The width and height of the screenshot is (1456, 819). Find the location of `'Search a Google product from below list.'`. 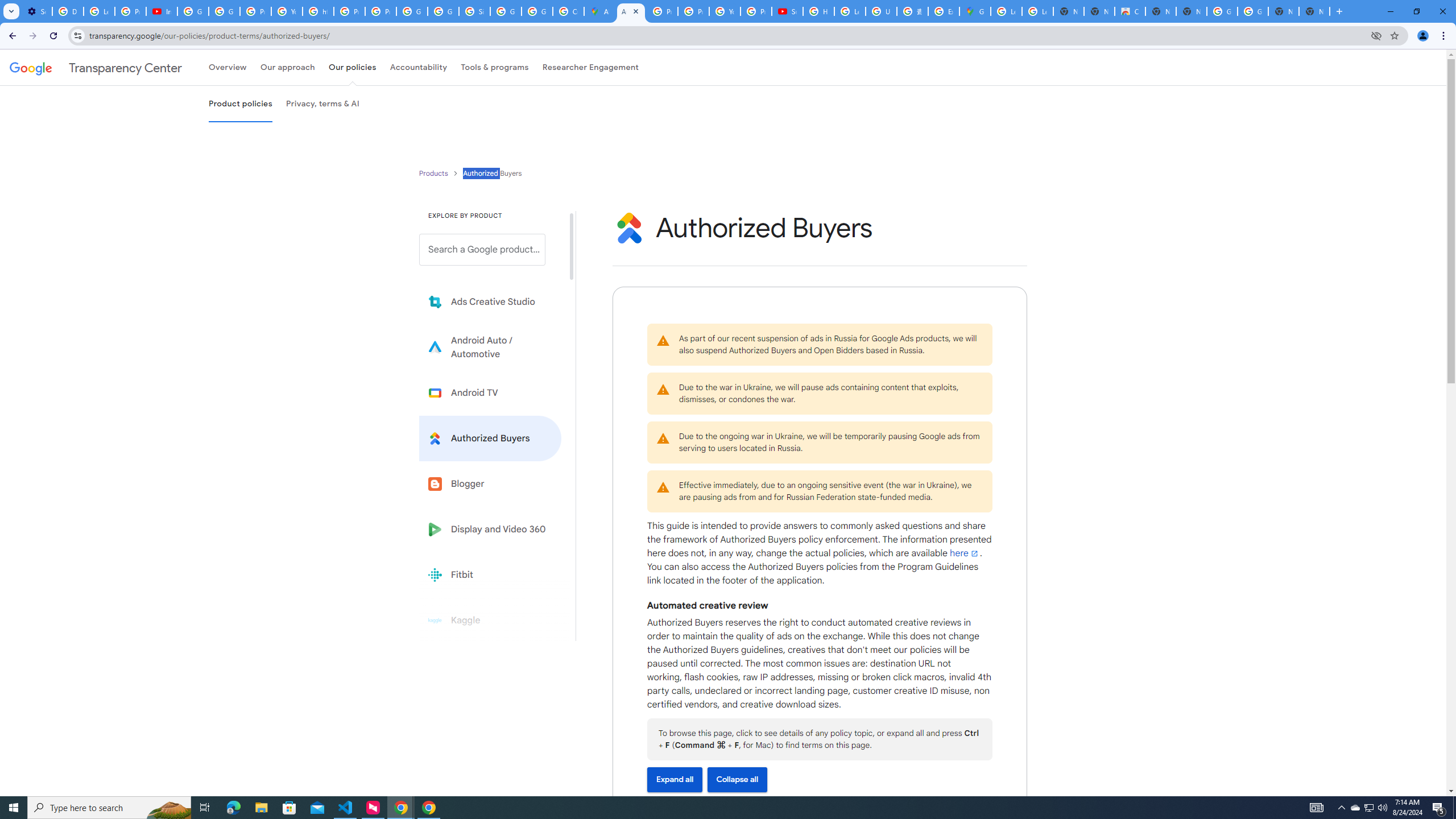

'Search a Google product from below list.' is located at coordinates (482, 249).